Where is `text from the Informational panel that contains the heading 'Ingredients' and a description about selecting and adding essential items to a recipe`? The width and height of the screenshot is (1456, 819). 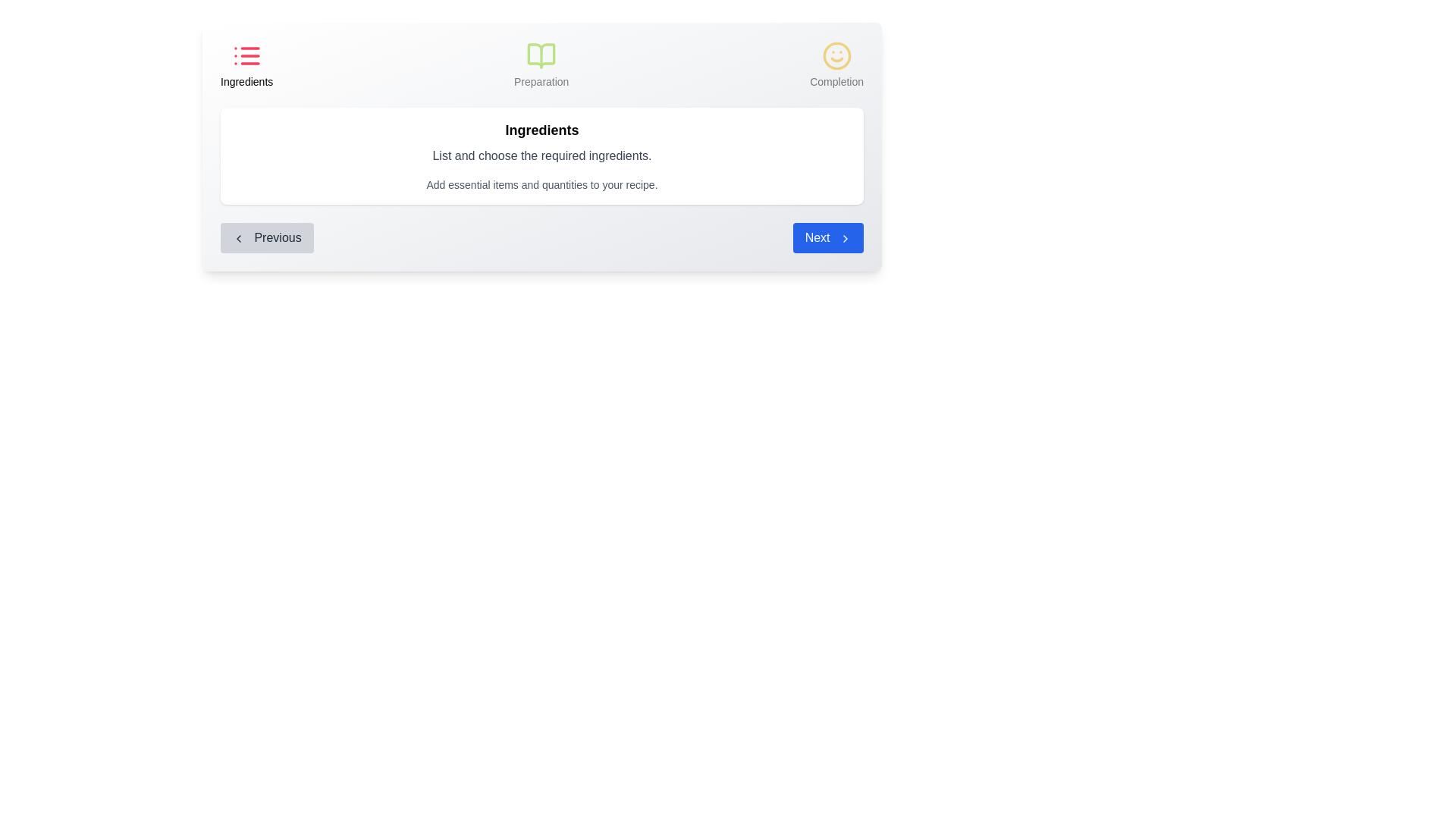
text from the Informational panel that contains the heading 'Ingredients' and a description about selecting and adding essential items to a recipe is located at coordinates (542, 146).